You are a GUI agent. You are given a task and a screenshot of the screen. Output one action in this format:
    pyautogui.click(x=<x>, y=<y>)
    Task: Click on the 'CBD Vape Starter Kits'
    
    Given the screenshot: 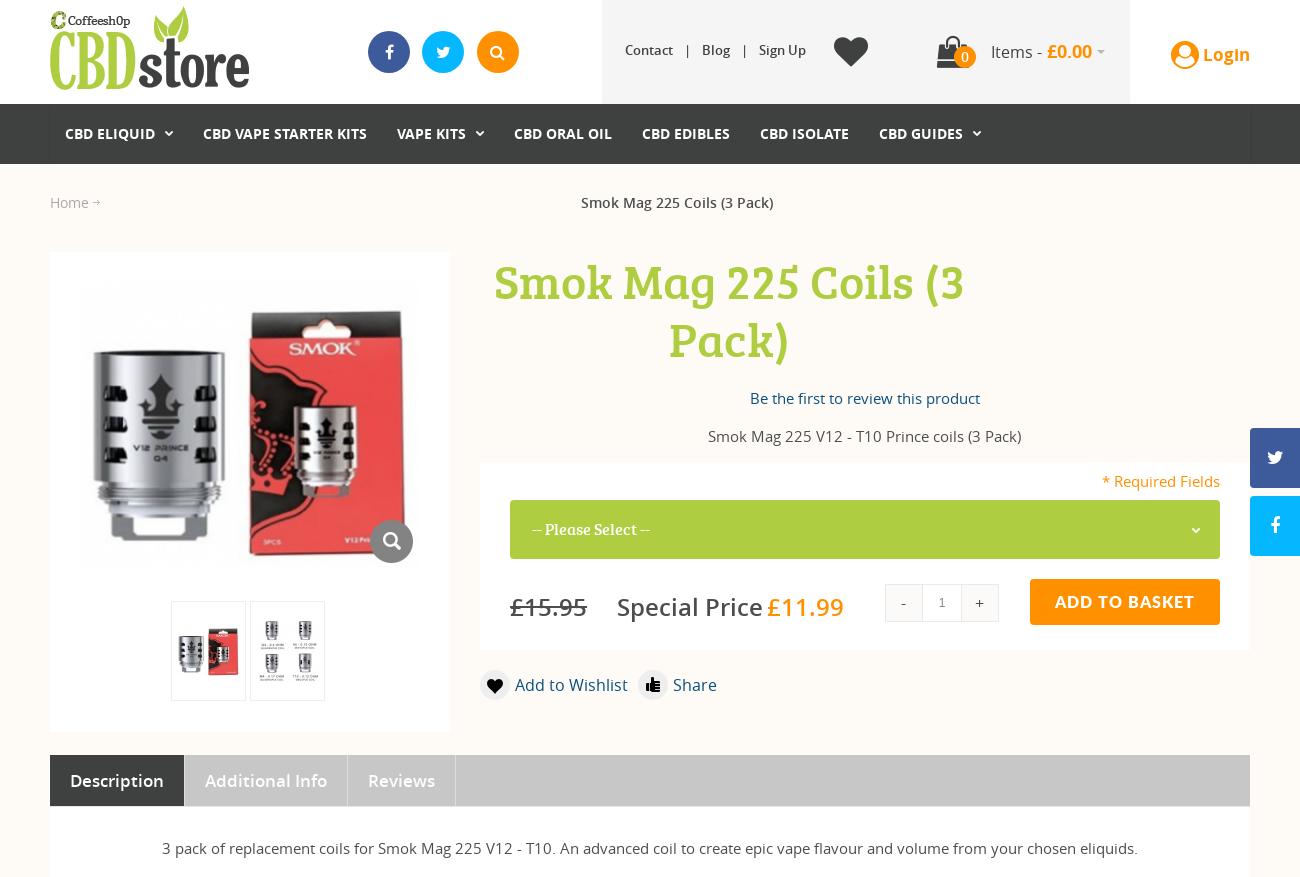 What is the action you would take?
    pyautogui.click(x=284, y=132)
    